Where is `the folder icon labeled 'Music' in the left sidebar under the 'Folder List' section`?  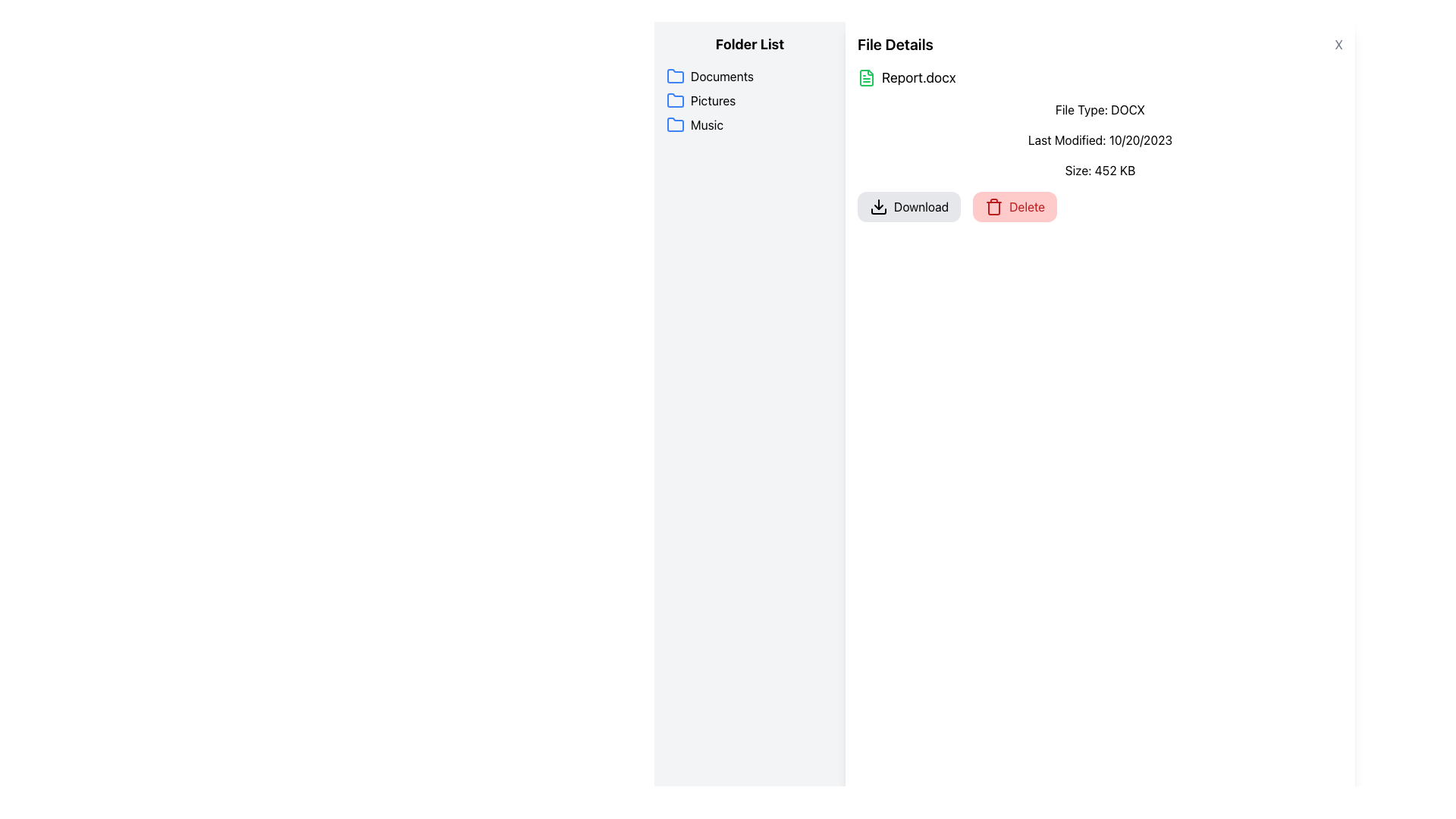 the folder icon labeled 'Music' in the left sidebar under the 'Folder List' section is located at coordinates (675, 124).